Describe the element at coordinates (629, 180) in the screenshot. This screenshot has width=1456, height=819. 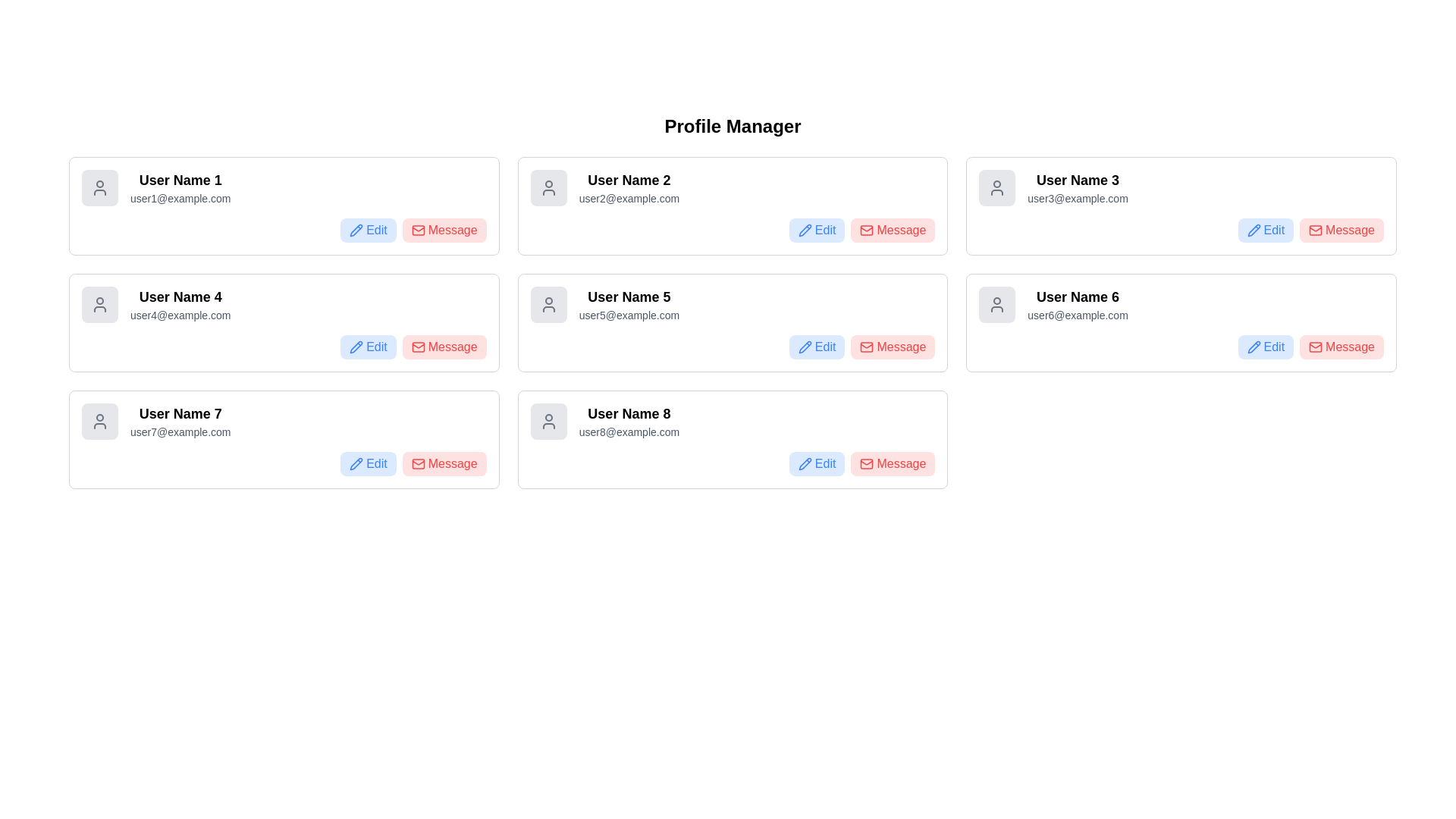
I see `the profile name identifier text label located in the header section of the profile card titled 'User Name 2 user2@example.com'` at that location.